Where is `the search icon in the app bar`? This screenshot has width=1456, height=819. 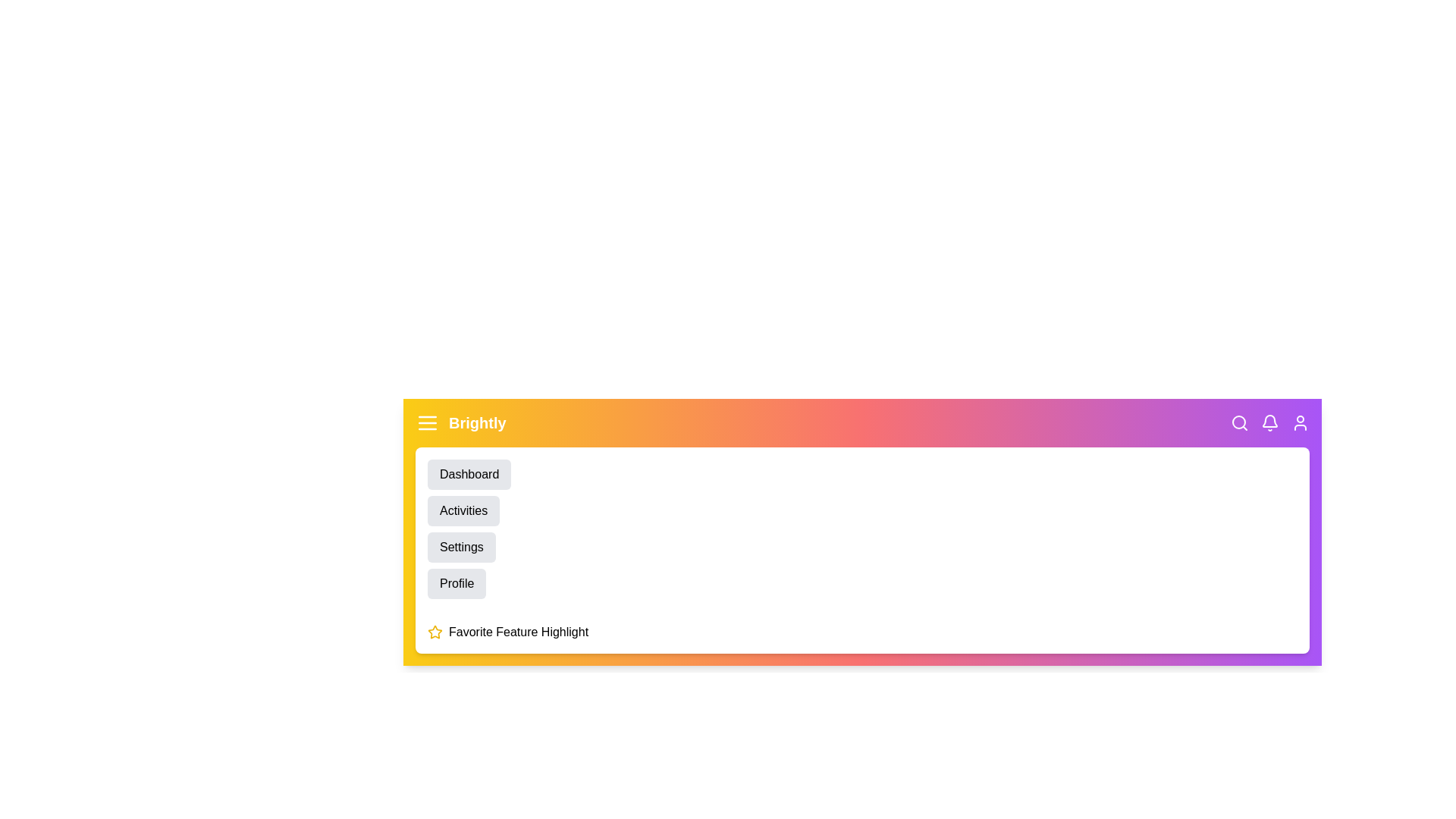 the search icon in the app bar is located at coordinates (1240, 423).